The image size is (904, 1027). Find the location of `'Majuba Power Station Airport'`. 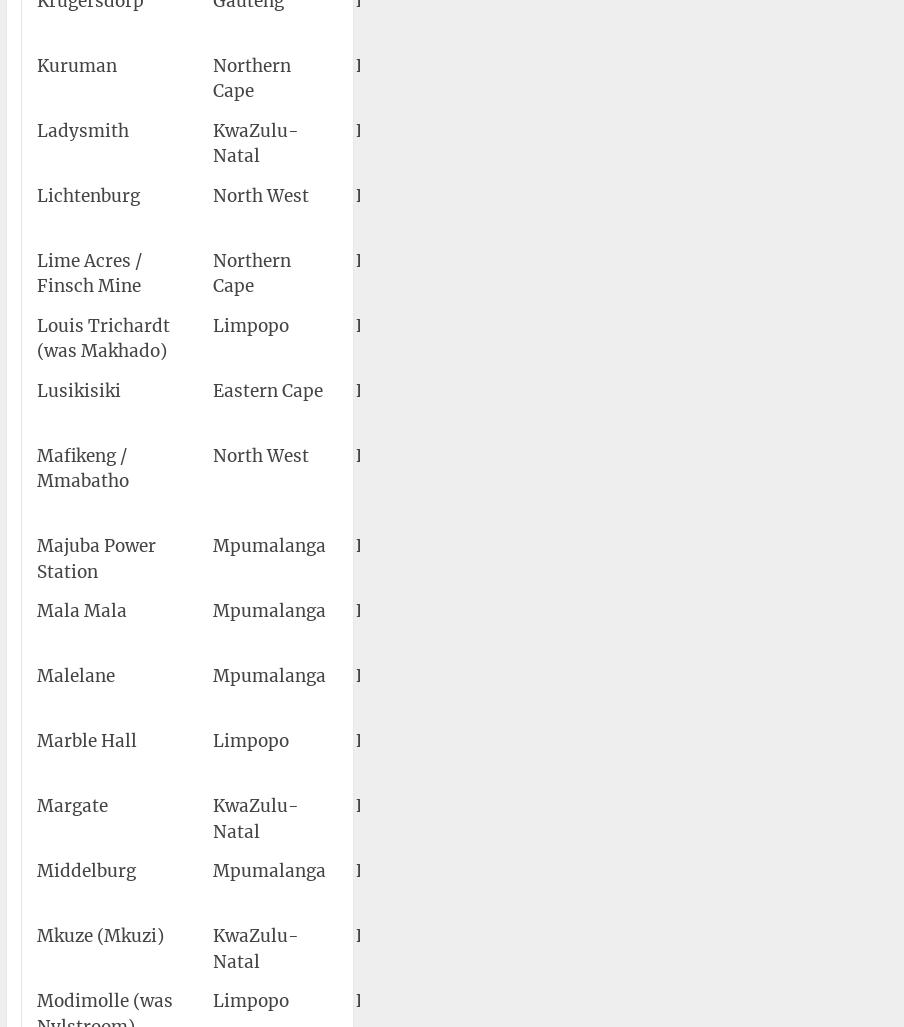

'Majuba Power Station Airport' is located at coordinates (516, 557).